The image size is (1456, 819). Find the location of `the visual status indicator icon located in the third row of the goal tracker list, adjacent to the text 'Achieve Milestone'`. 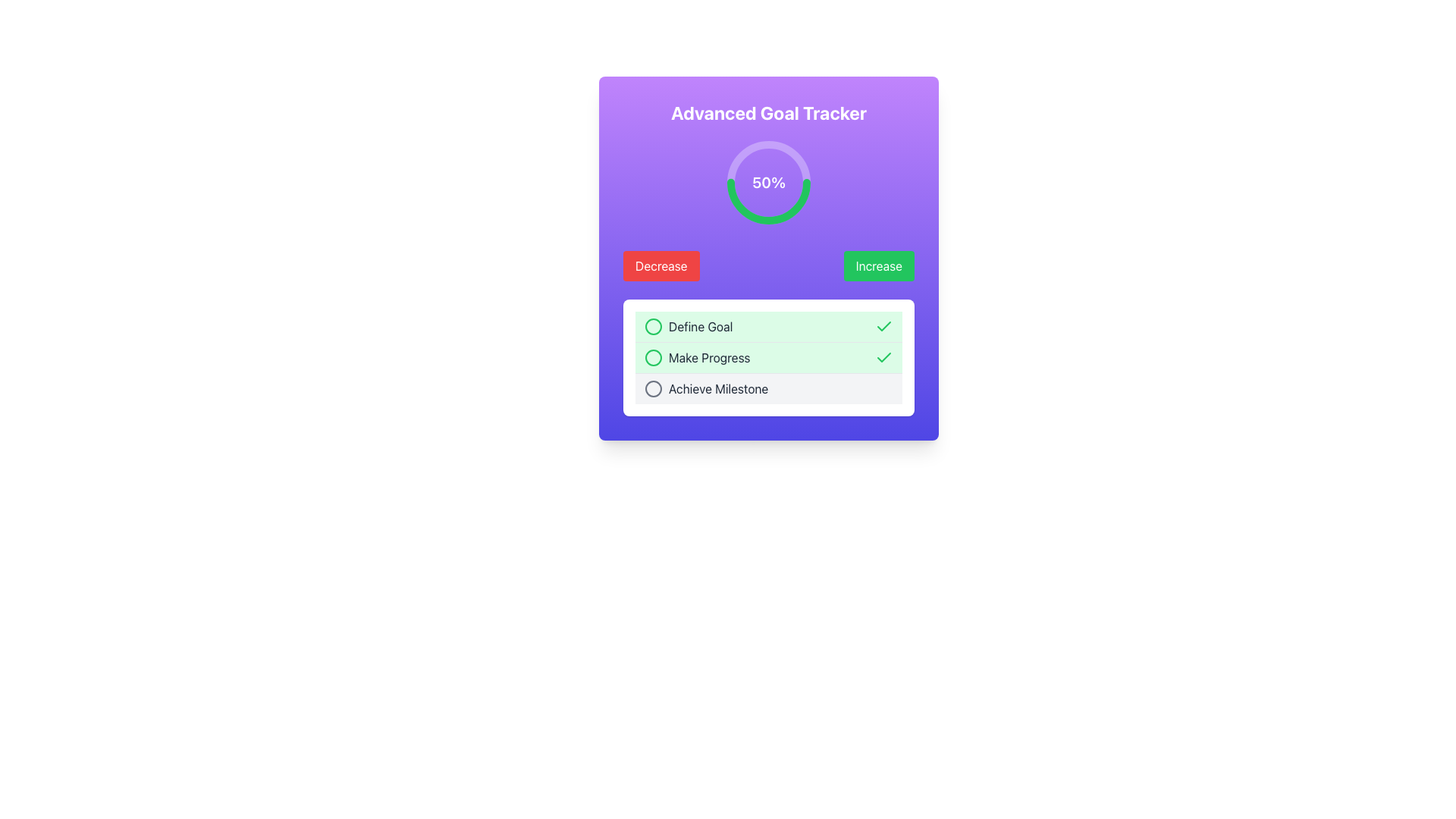

the visual status indicator icon located in the third row of the goal tracker list, adjacent to the text 'Achieve Milestone' is located at coordinates (654, 388).